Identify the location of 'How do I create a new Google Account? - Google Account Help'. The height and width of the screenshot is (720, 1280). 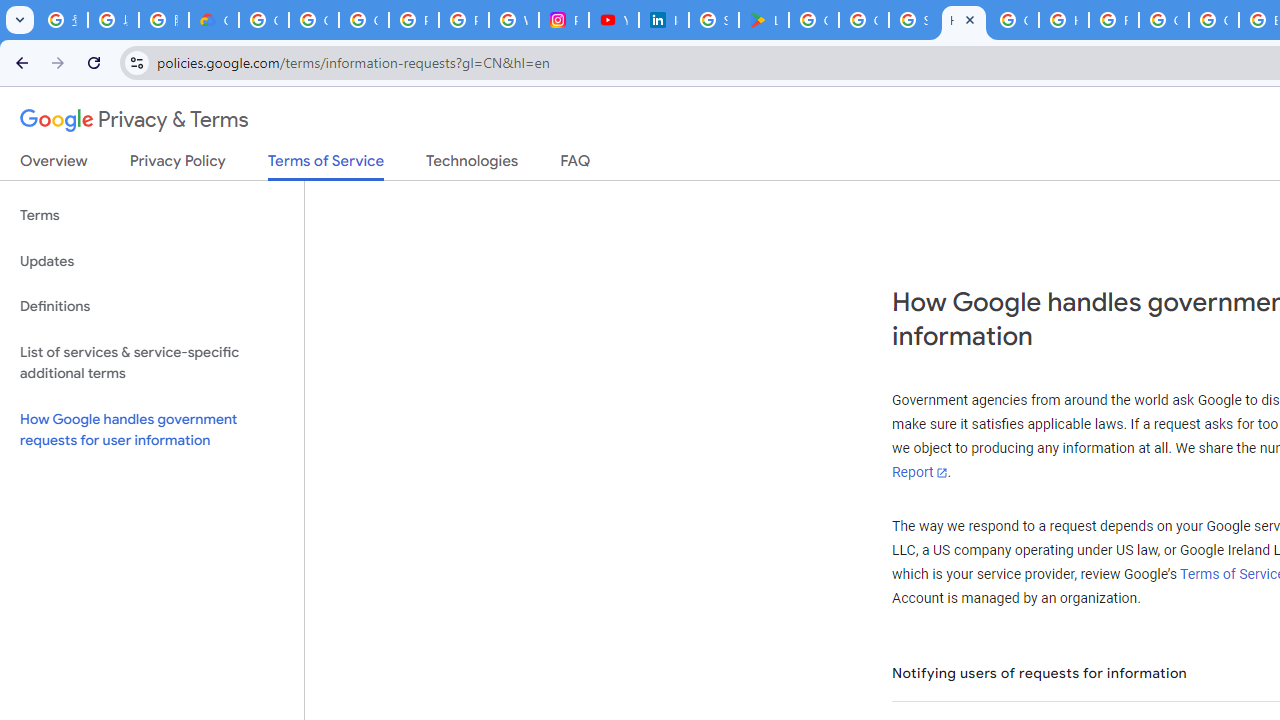
(1063, 20).